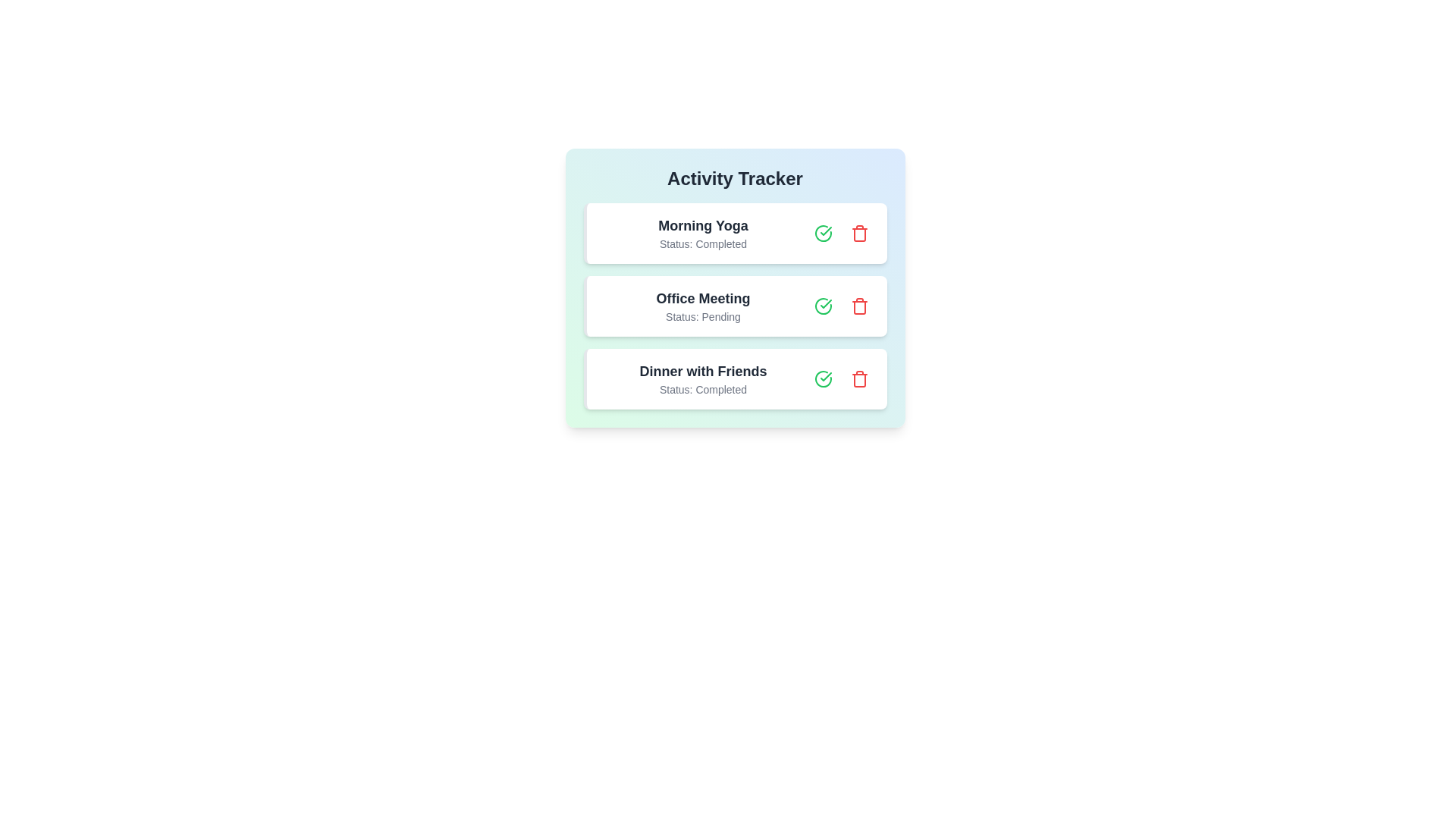  Describe the element at coordinates (735, 234) in the screenshot. I see `the activity item Morning Yoga to observe the hover effect` at that location.